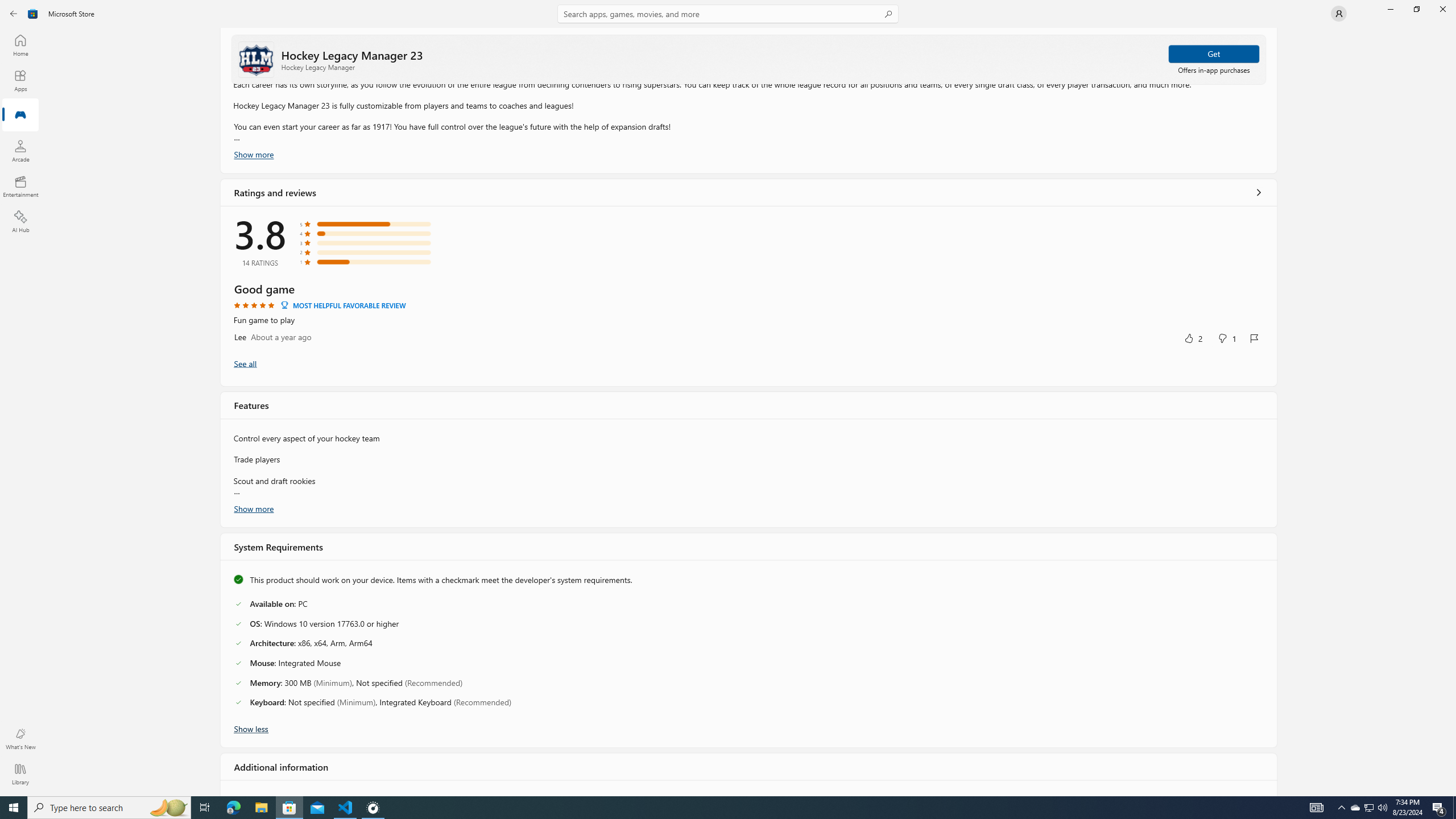  What do you see at coordinates (728, 13) in the screenshot?
I see `'Search'` at bounding box center [728, 13].